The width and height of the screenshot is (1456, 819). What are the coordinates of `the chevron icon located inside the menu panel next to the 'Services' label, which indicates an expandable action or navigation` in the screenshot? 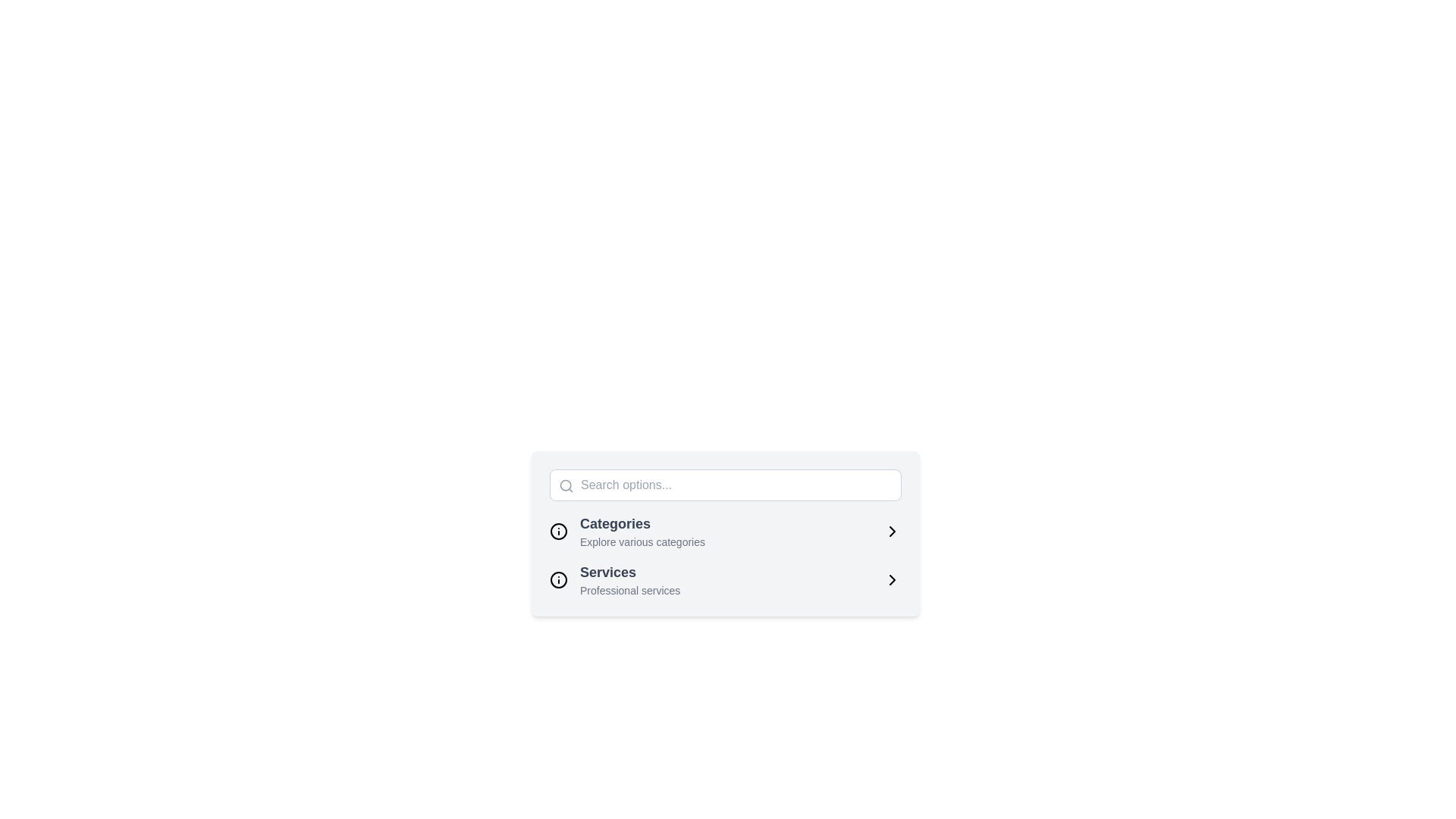 It's located at (892, 579).